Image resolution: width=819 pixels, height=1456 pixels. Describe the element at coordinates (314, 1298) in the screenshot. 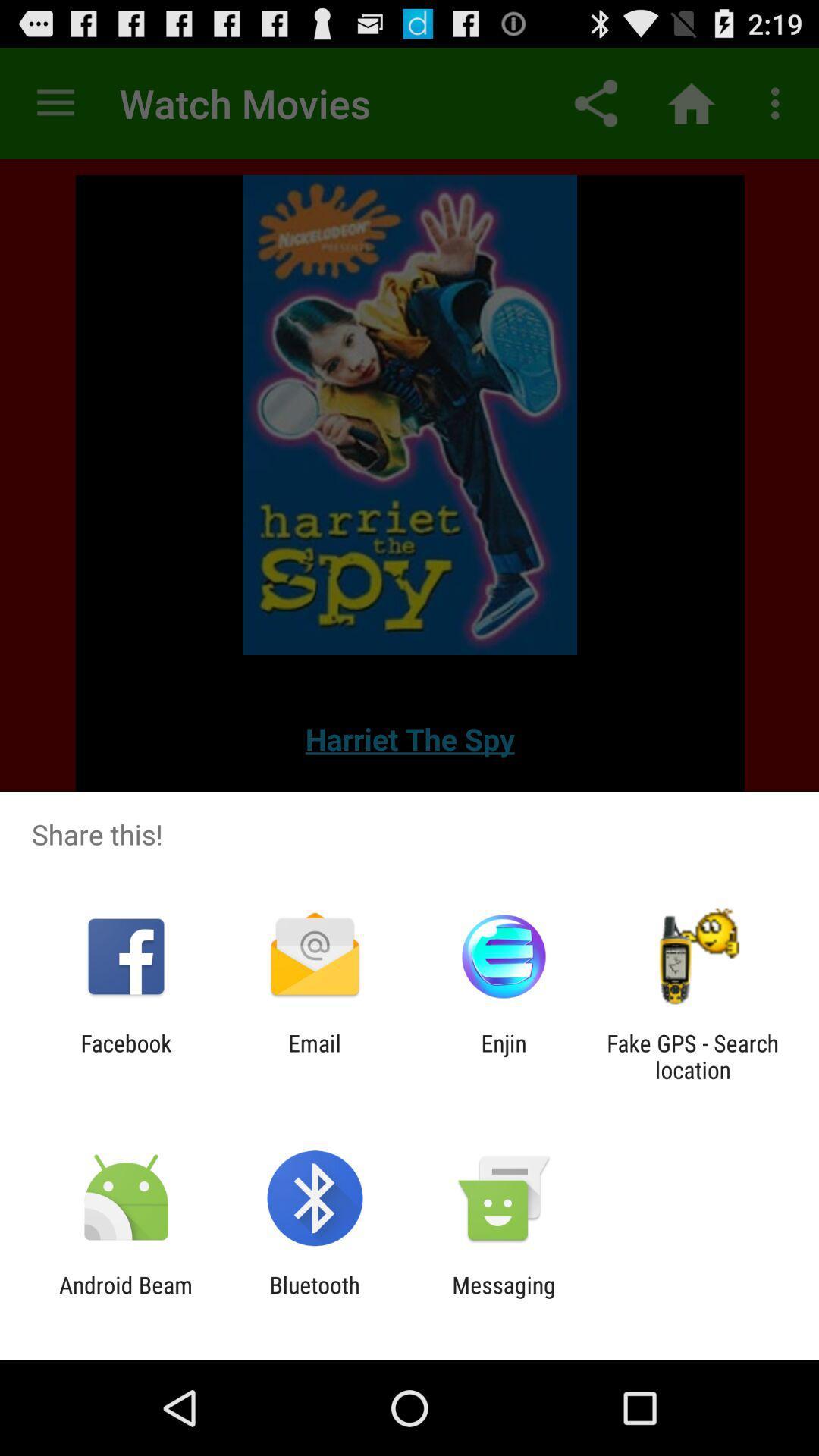

I see `item to the right of the android beam icon` at that location.